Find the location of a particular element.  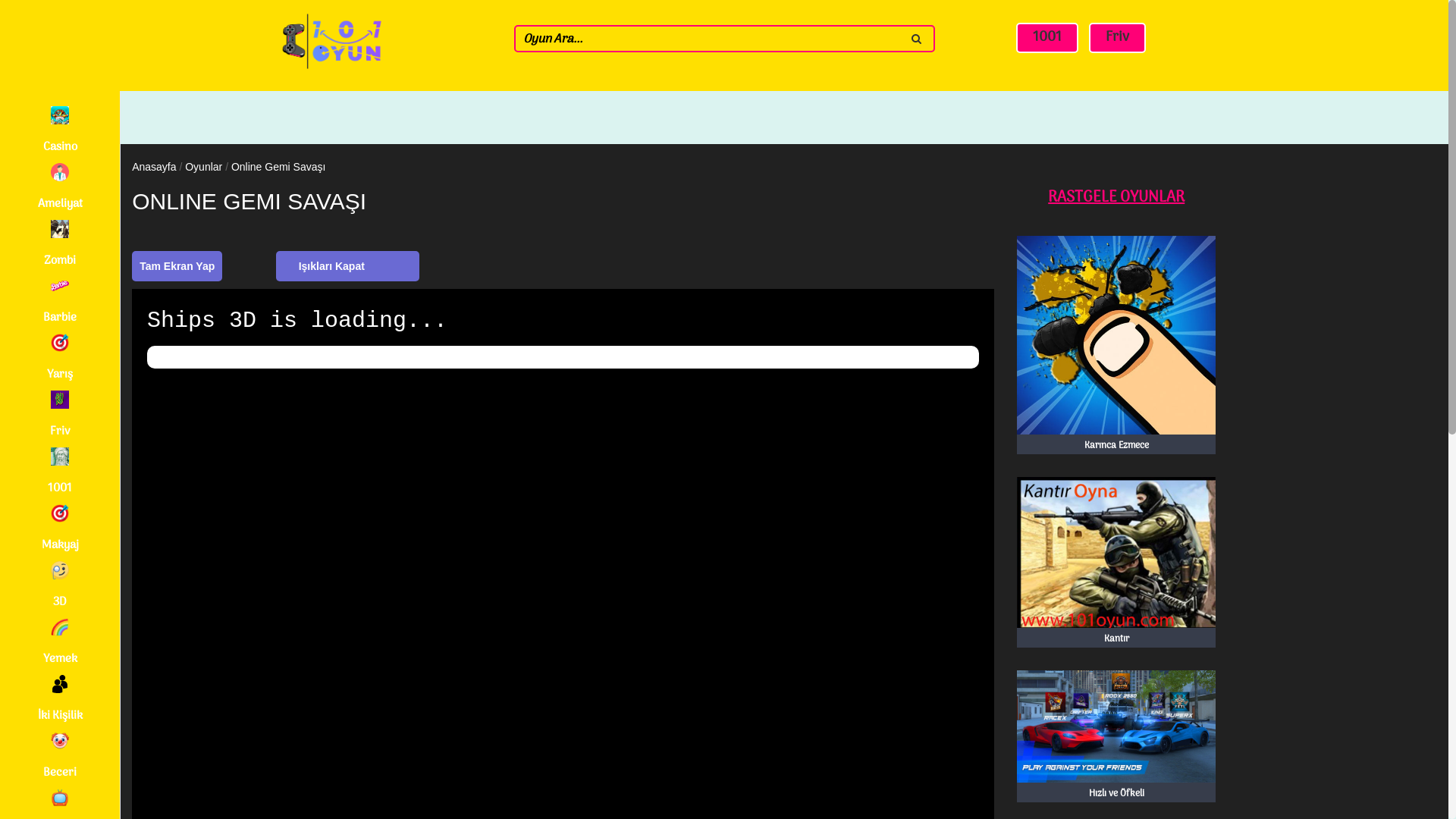

'Barbie' is located at coordinates (59, 301).